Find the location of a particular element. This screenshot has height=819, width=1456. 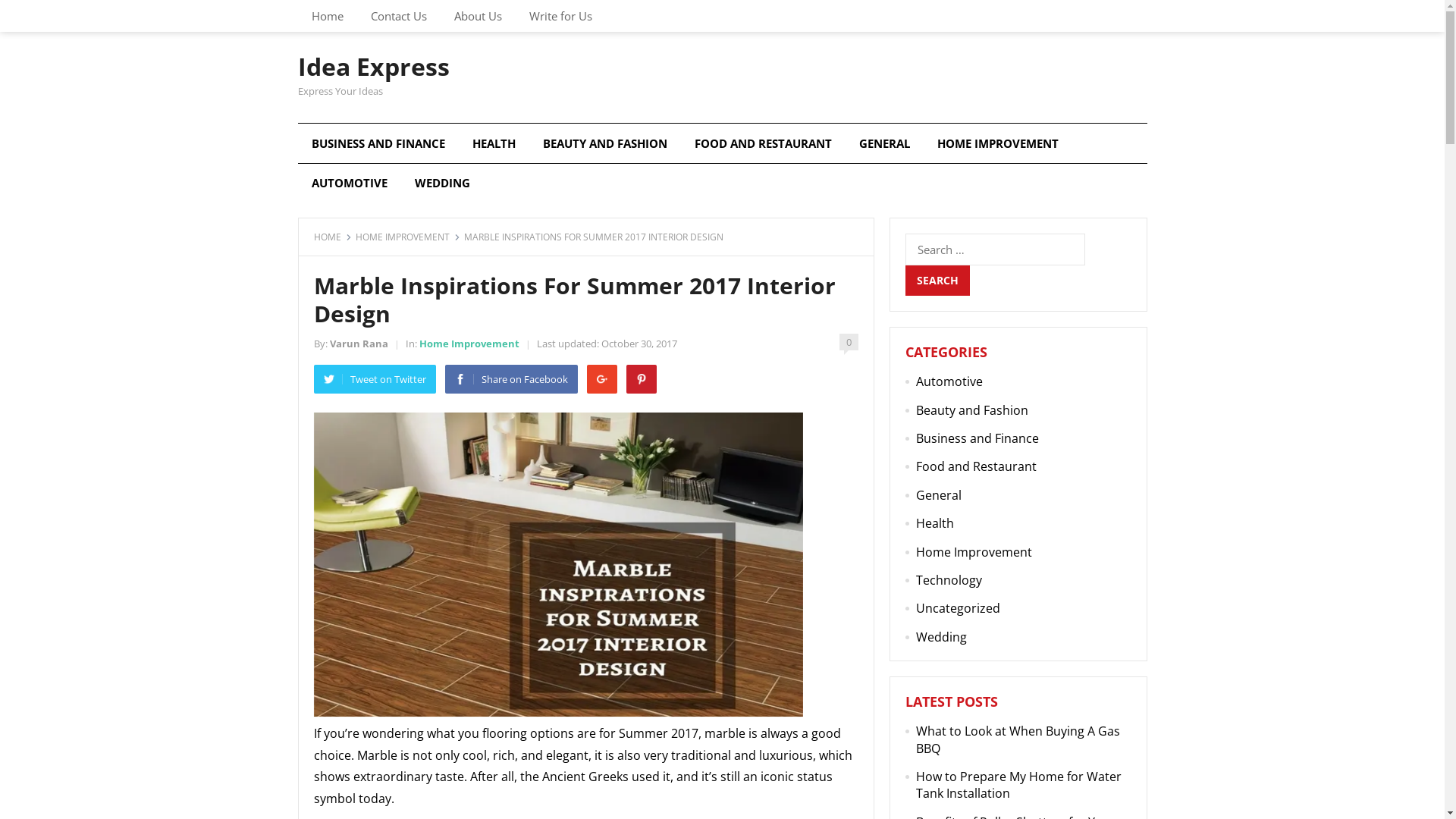

'WEDDING' is located at coordinates (441, 181).